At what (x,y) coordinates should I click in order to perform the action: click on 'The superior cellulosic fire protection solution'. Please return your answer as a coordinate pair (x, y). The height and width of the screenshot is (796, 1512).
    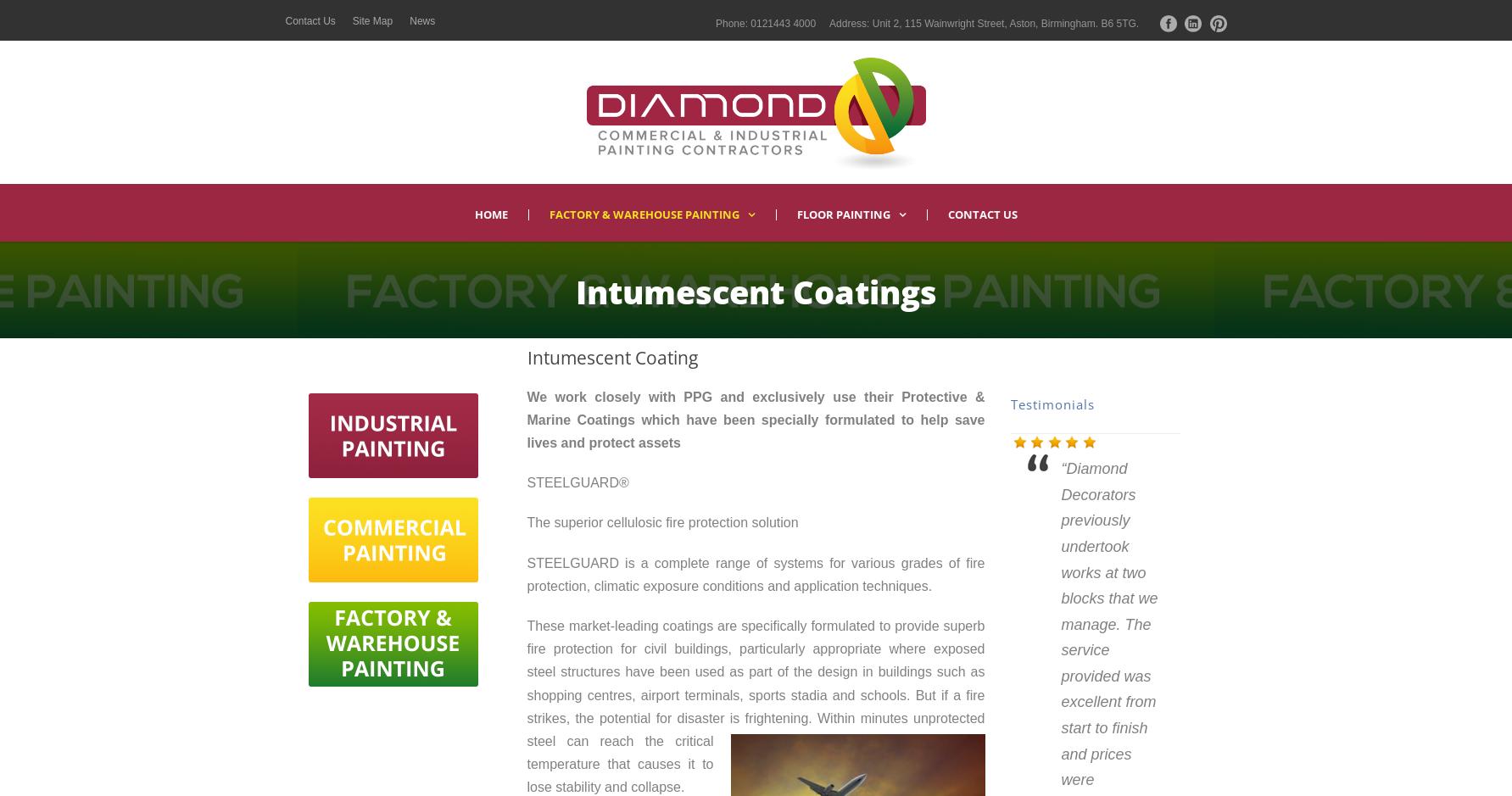
    Looking at the image, I should click on (661, 521).